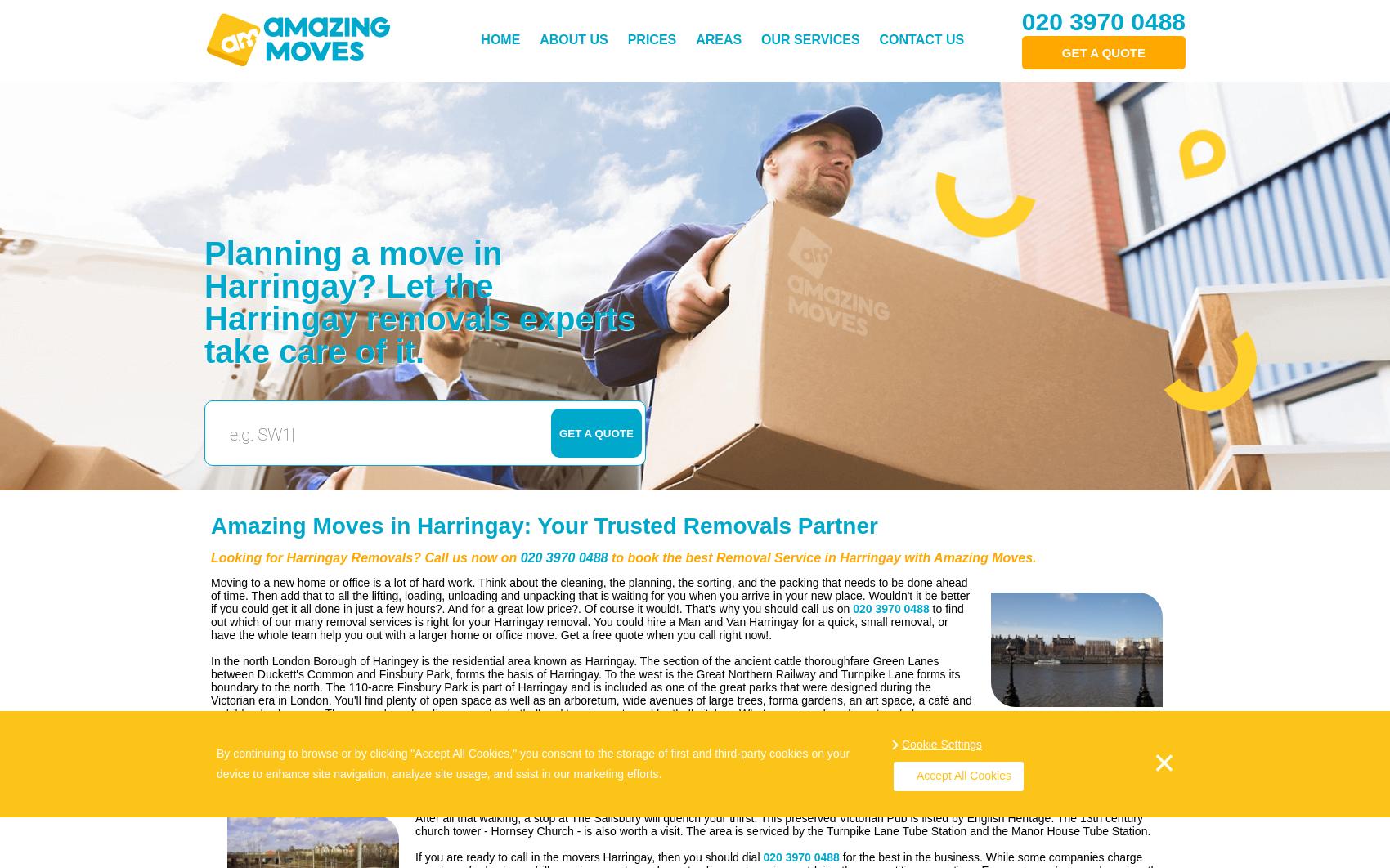  Describe the element at coordinates (544, 526) in the screenshot. I see `'Amazing Moves in Harringay: Your Trusted Removals Partner'` at that location.